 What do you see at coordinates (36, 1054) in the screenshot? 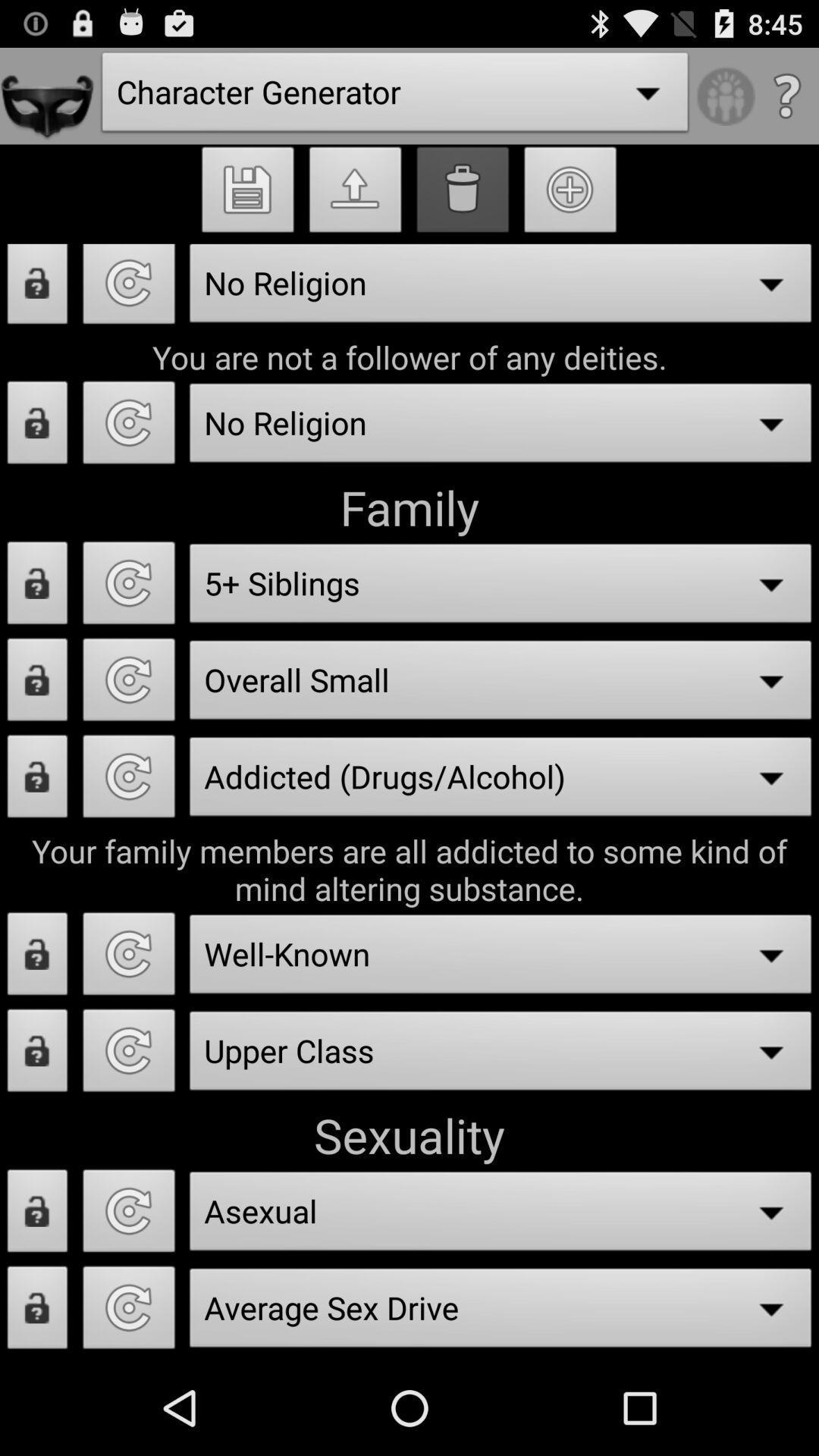
I see `lock class option` at bounding box center [36, 1054].